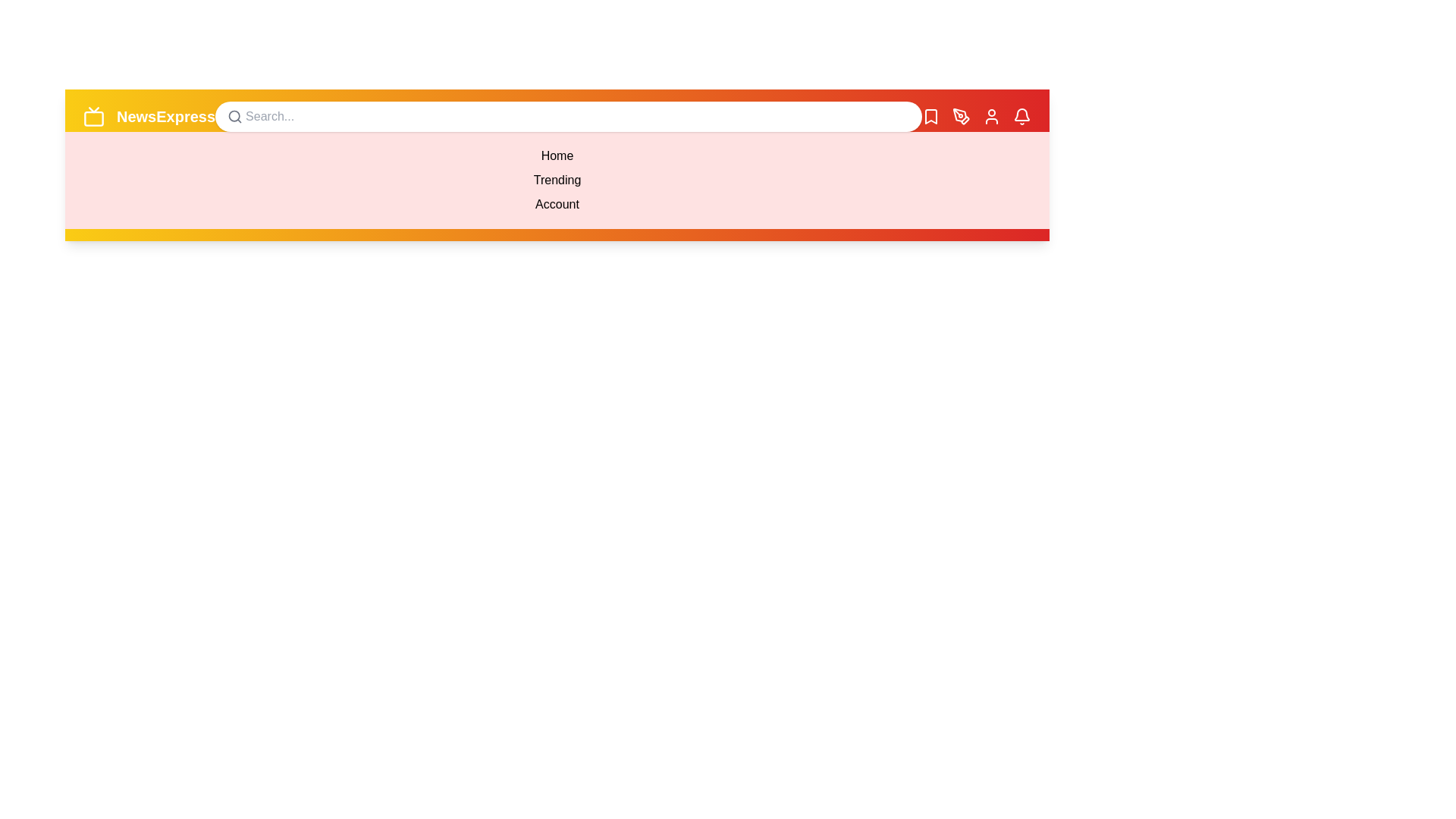 Image resolution: width=1456 pixels, height=819 pixels. What do you see at coordinates (1022, 116) in the screenshot?
I see `the bell icon to toggle the dropdown menu` at bounding box center [1022, 116].